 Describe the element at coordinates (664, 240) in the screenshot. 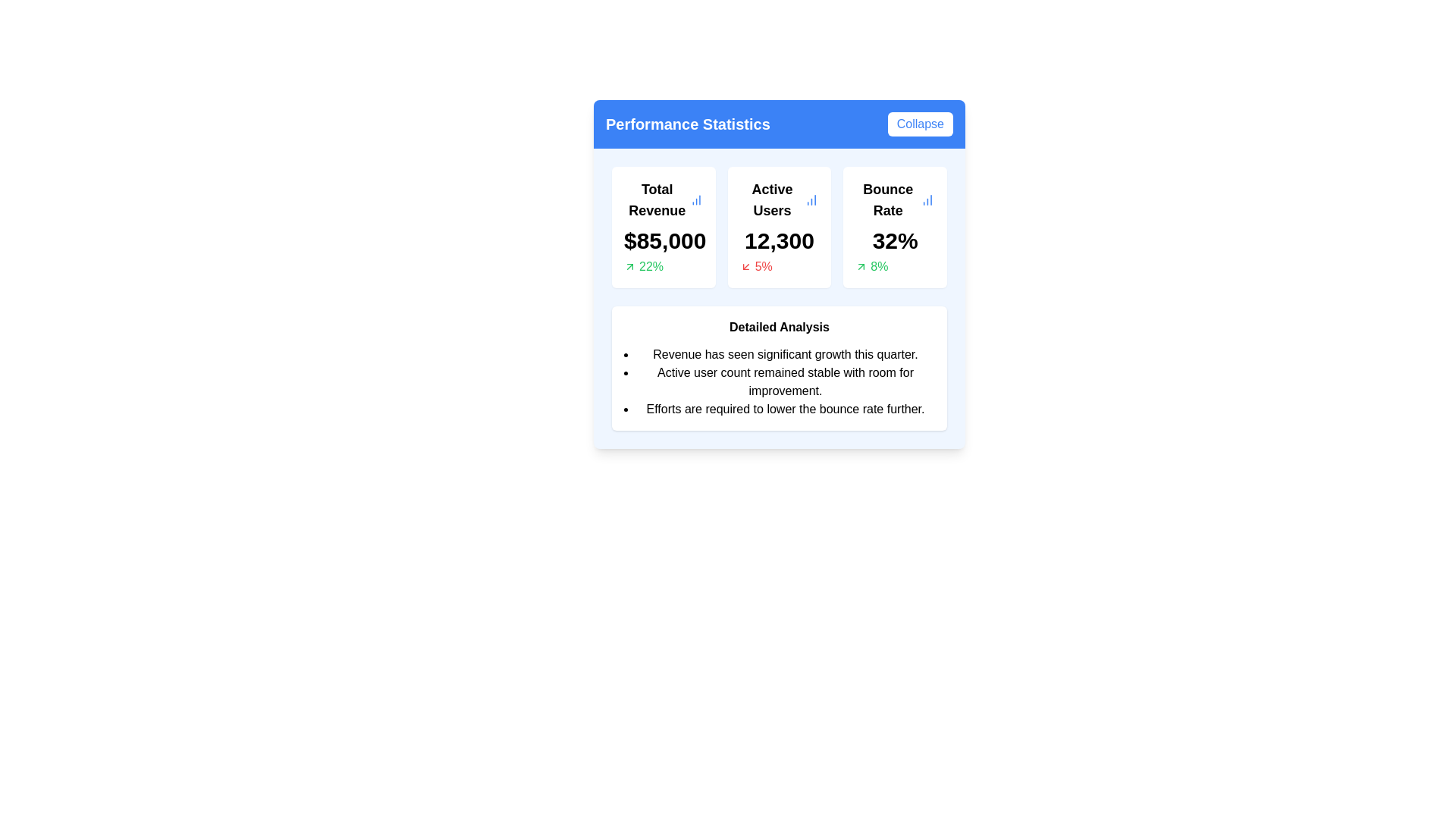

I see `the text label displaying the total revenue amount under the 'Total Revenue' heading to visually comprehend the displayed data` at that location.